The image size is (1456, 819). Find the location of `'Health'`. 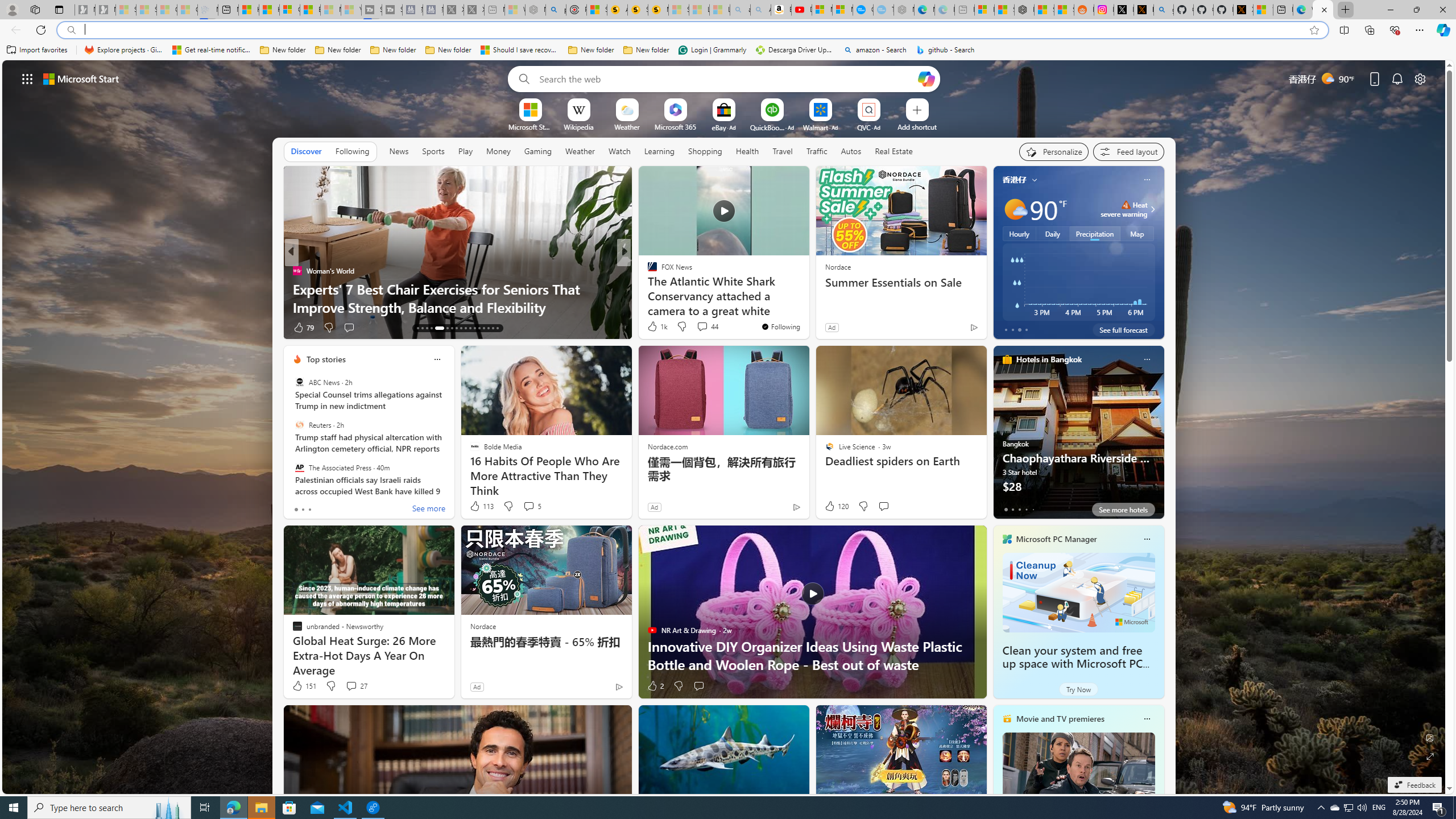

'Health' is located at coordinates (746, 150).